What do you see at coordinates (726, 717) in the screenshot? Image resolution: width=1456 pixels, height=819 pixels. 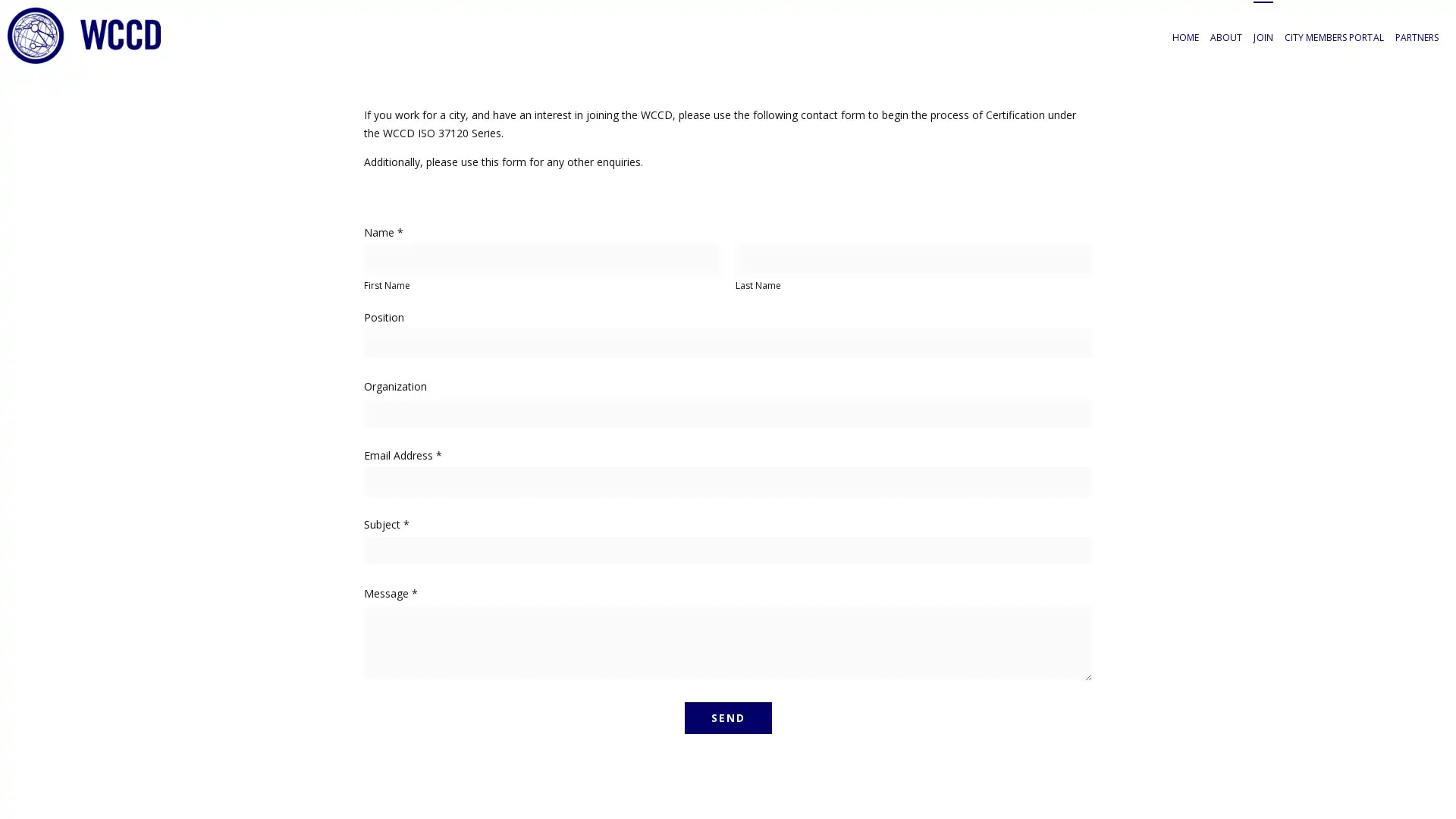 I see `SEND` at bounding box center [726, 717].